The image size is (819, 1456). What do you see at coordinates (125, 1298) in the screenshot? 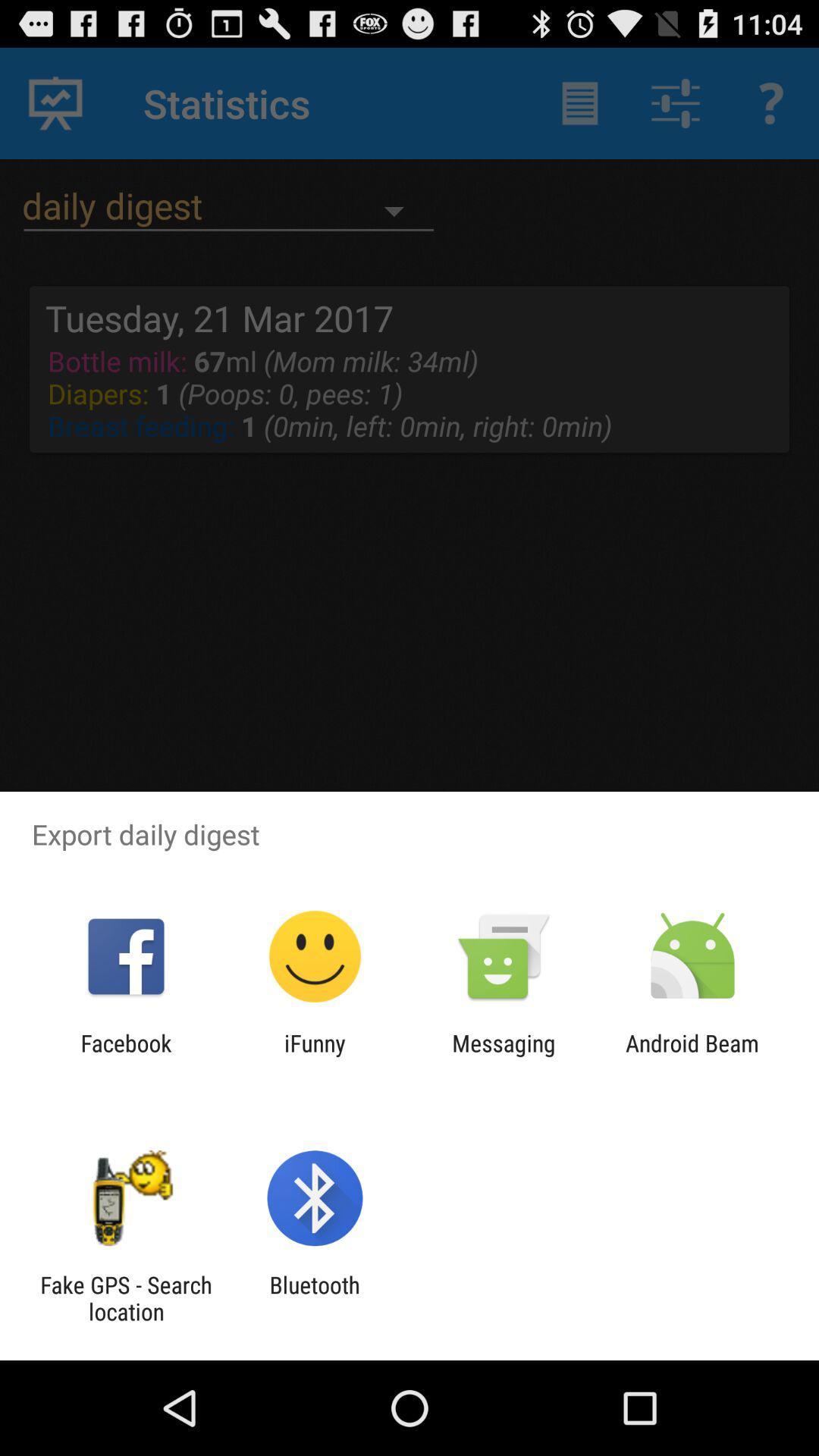
I see `fake gps search icon` at bounding box center [125, 1298].